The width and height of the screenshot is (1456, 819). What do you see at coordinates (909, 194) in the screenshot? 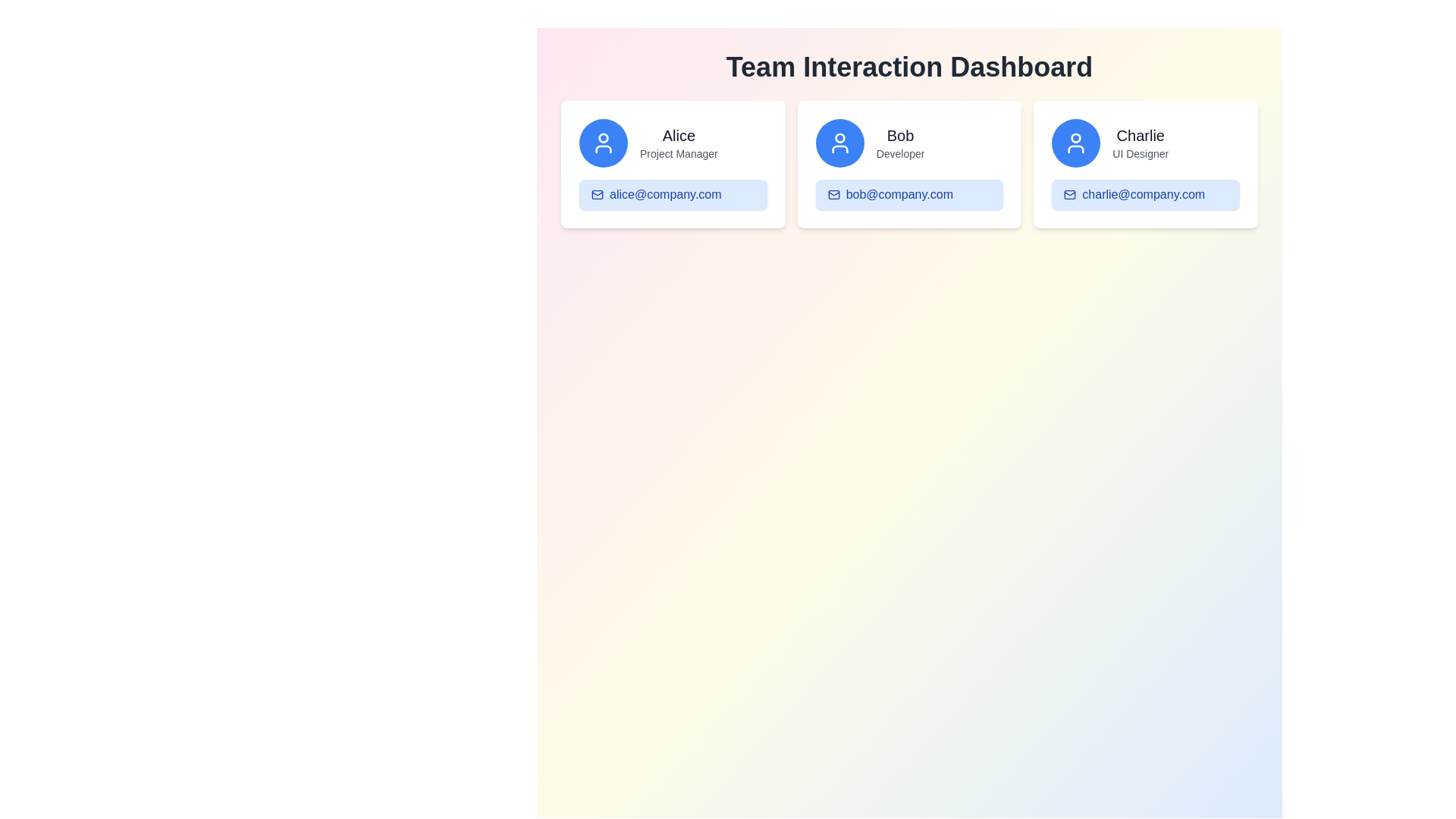
I see `the interactive email button located at the bottom of the 'Bob - Developer' card` at bounding box center [909, 194].